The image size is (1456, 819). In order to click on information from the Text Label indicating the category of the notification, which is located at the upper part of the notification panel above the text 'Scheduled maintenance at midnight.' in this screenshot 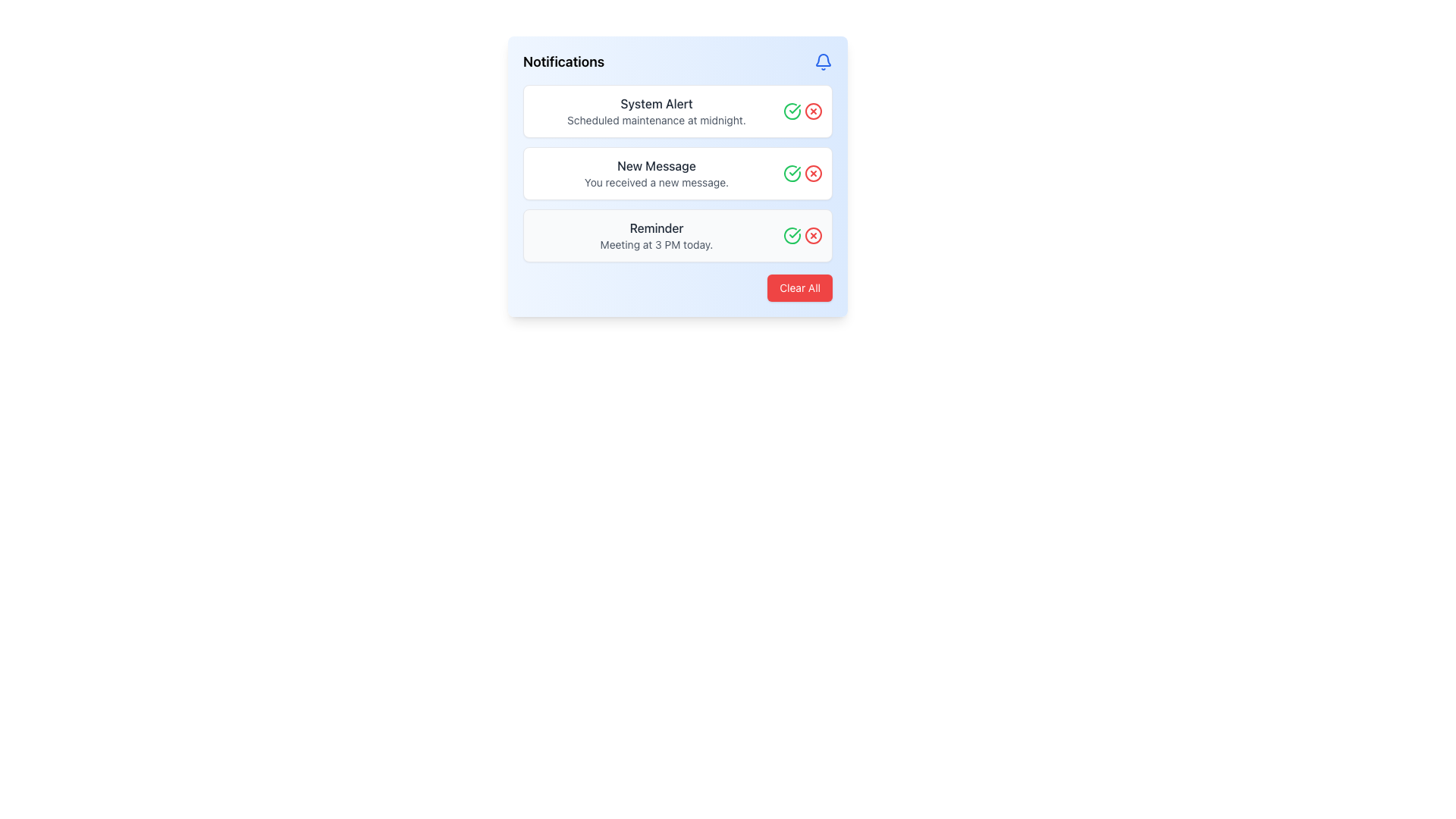, I will do `click(656, 103)`.